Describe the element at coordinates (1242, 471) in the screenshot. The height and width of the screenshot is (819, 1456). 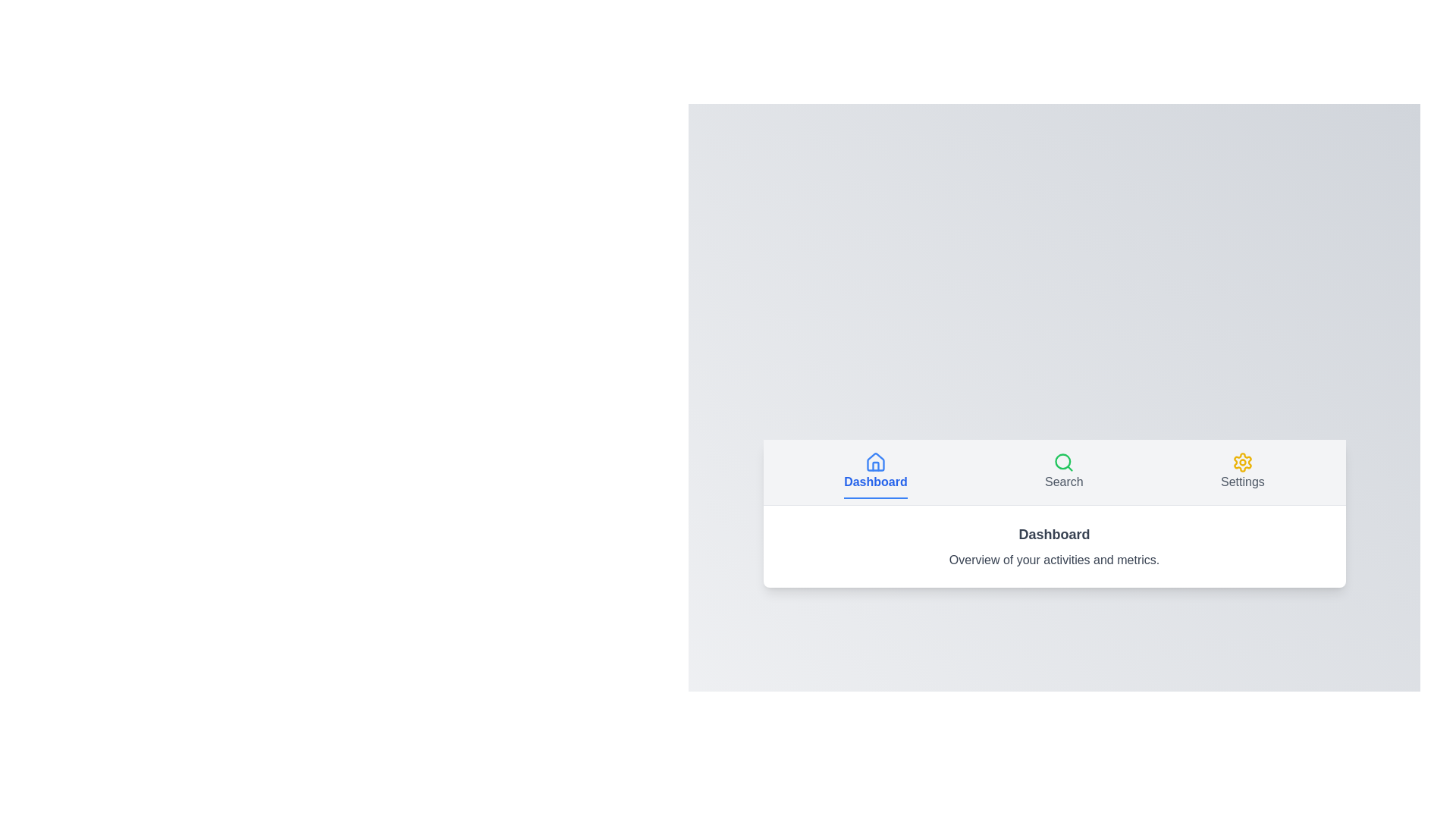
I see `the Settings tab by clicking on its button` at that location.